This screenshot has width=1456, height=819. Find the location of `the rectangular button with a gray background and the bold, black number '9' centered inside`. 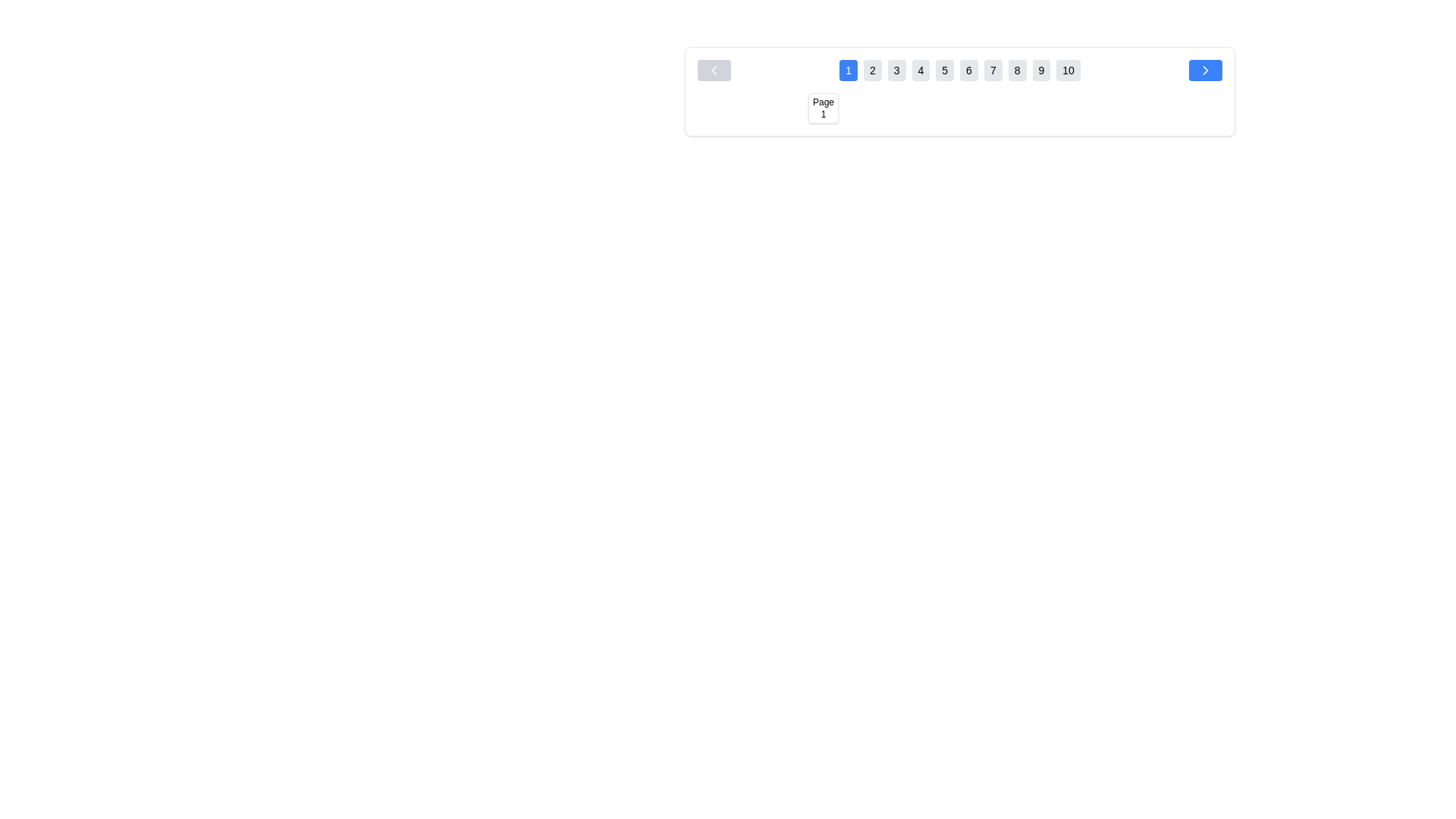

the rectangular button with a gray background and the bold, black number '9' centered inside is located at coordinates (1040, 70).